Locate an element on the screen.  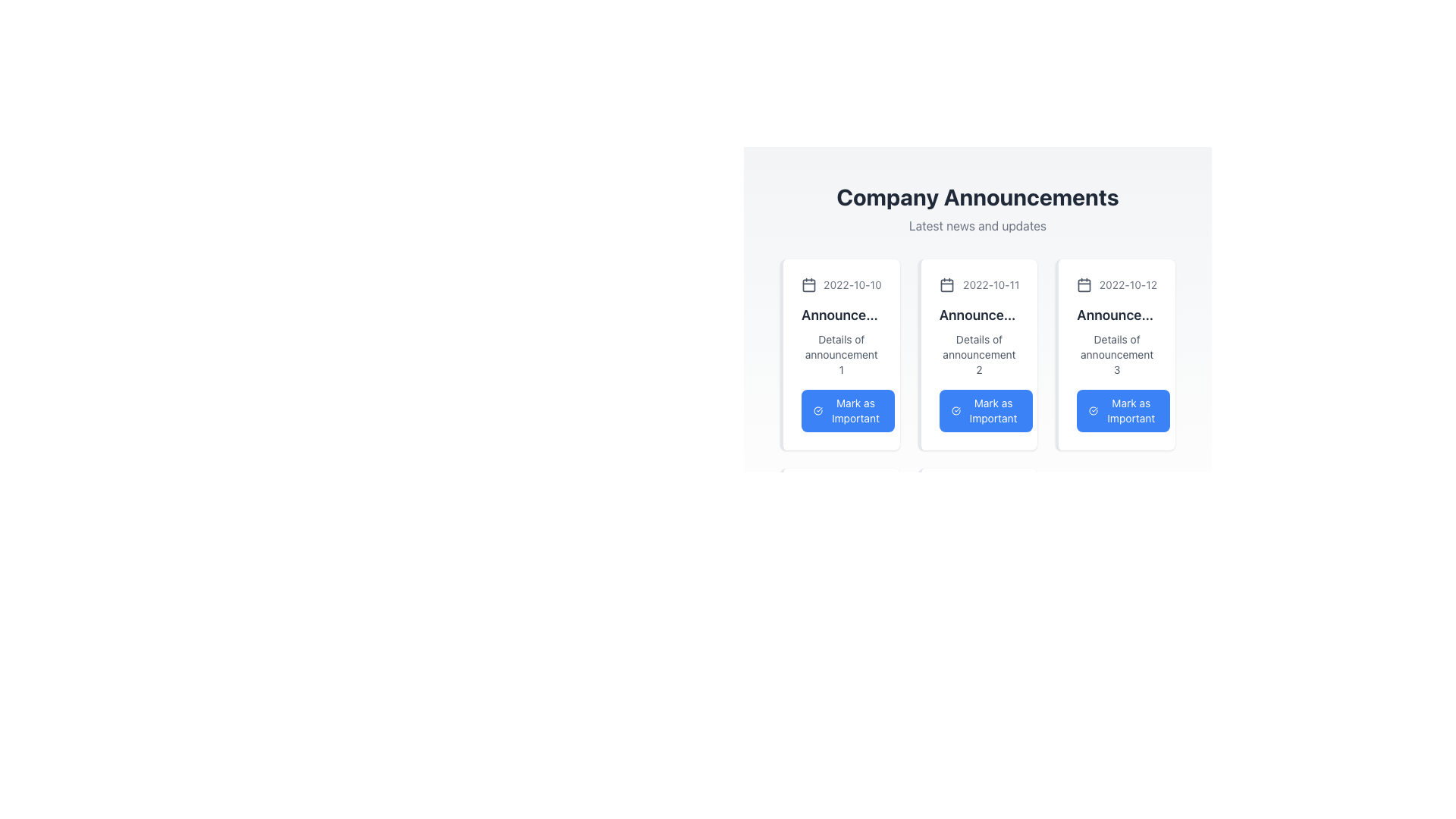
the circular icon with a checkmark symbol, located to the right of the 'Mark as Important' button in the third column of announcements is located at coordinates (1094, 411).